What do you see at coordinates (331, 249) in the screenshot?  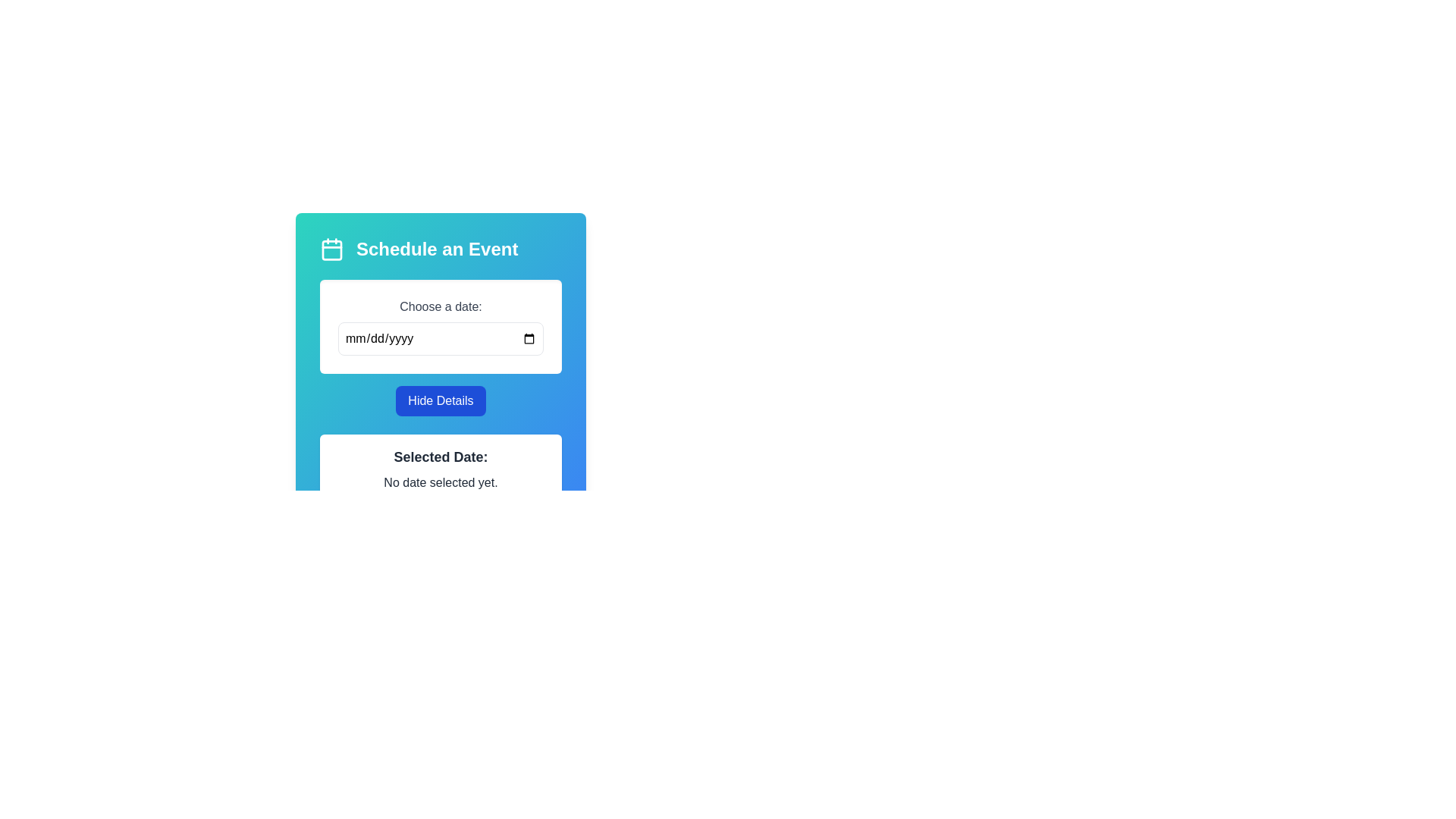 I see `the SVG rectangle element that is part of the calendar icon located in the top-left section of the interface, next to the title 'Schedule an Event'` at bounding box center [331, 249].